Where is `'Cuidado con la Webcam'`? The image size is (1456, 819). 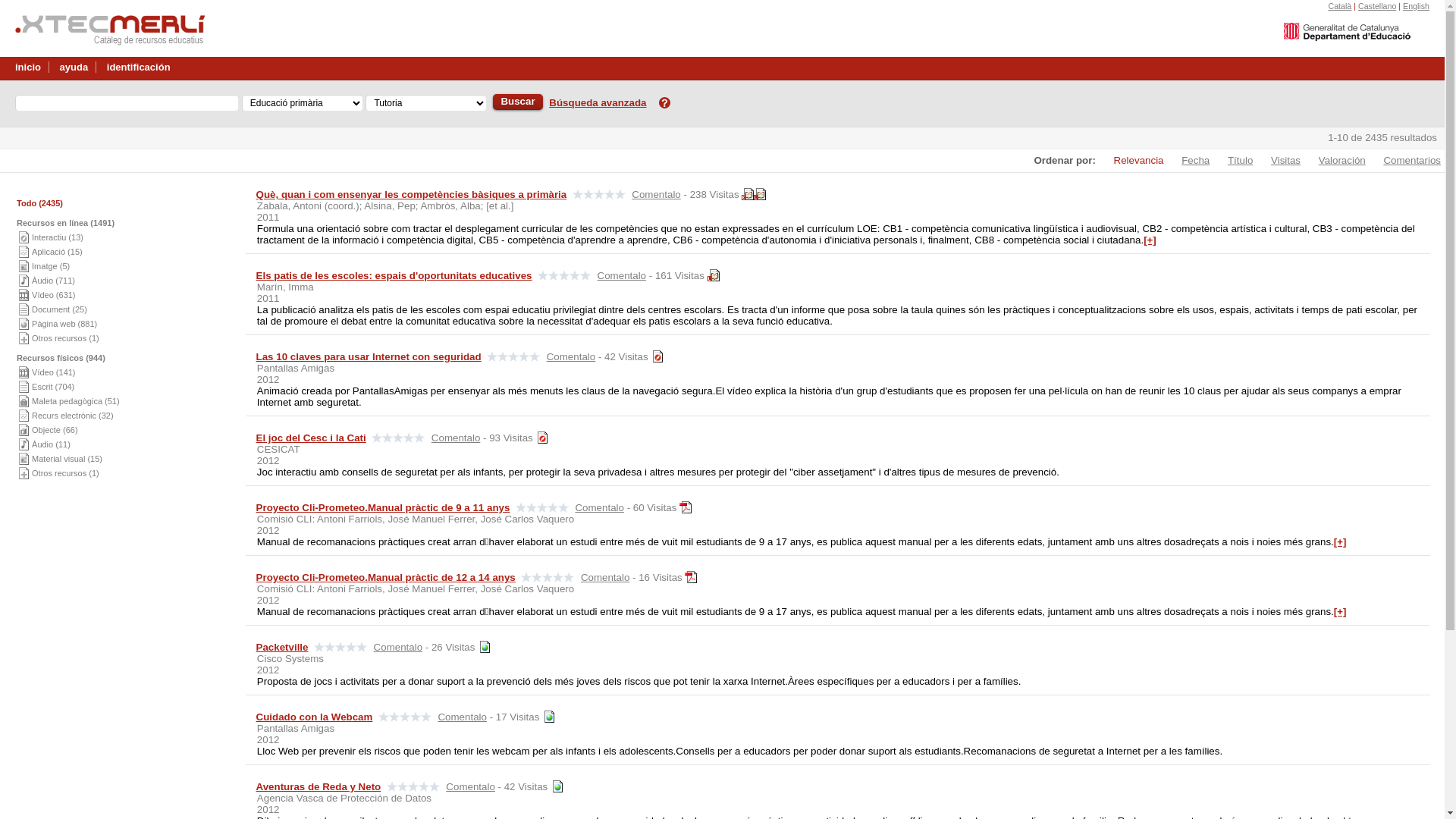 'Cuidado con la Webcam' is located at coordinates (256, 717).